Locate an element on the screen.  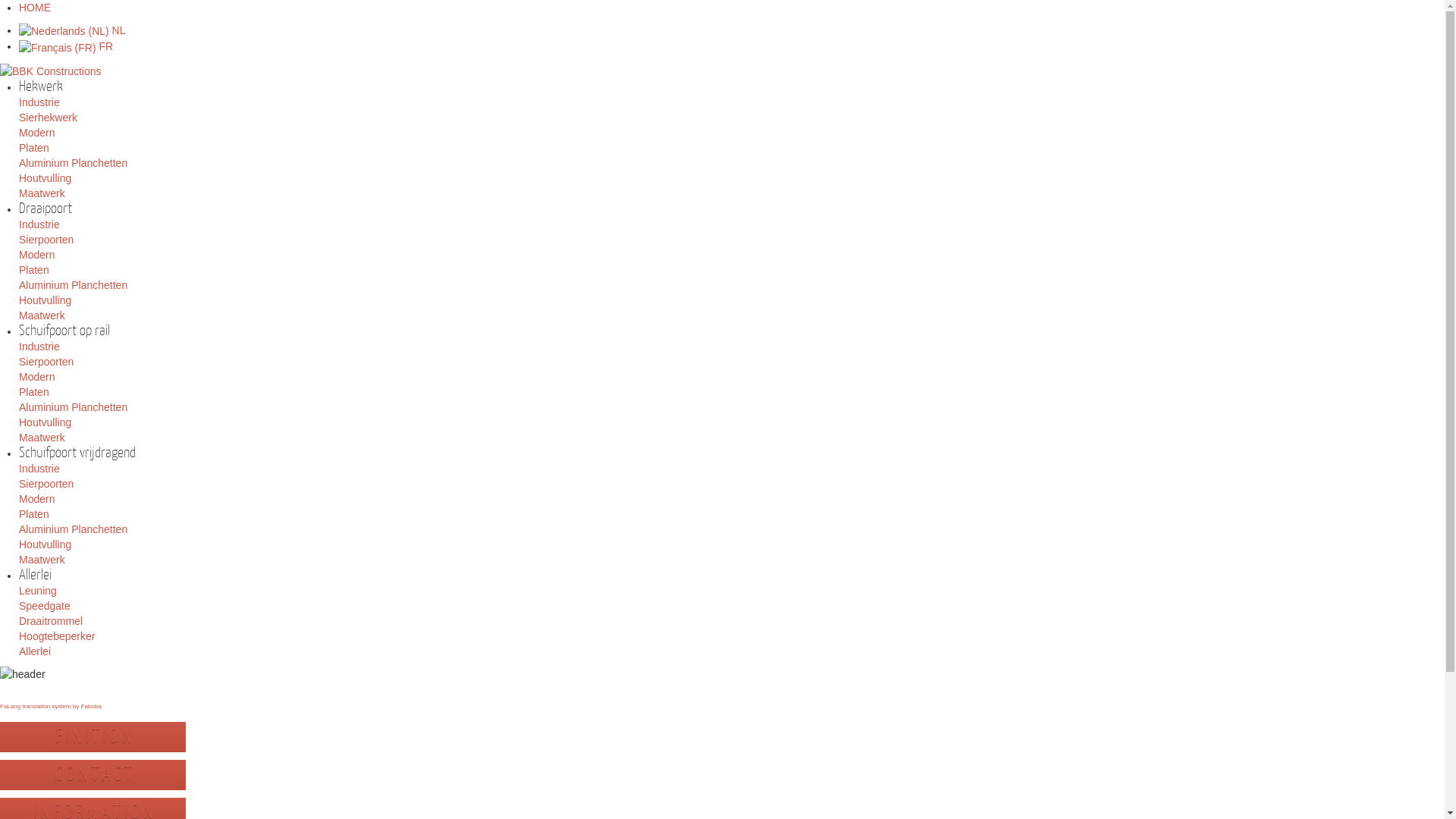
'Platen' is located at coordinates (33, 268).